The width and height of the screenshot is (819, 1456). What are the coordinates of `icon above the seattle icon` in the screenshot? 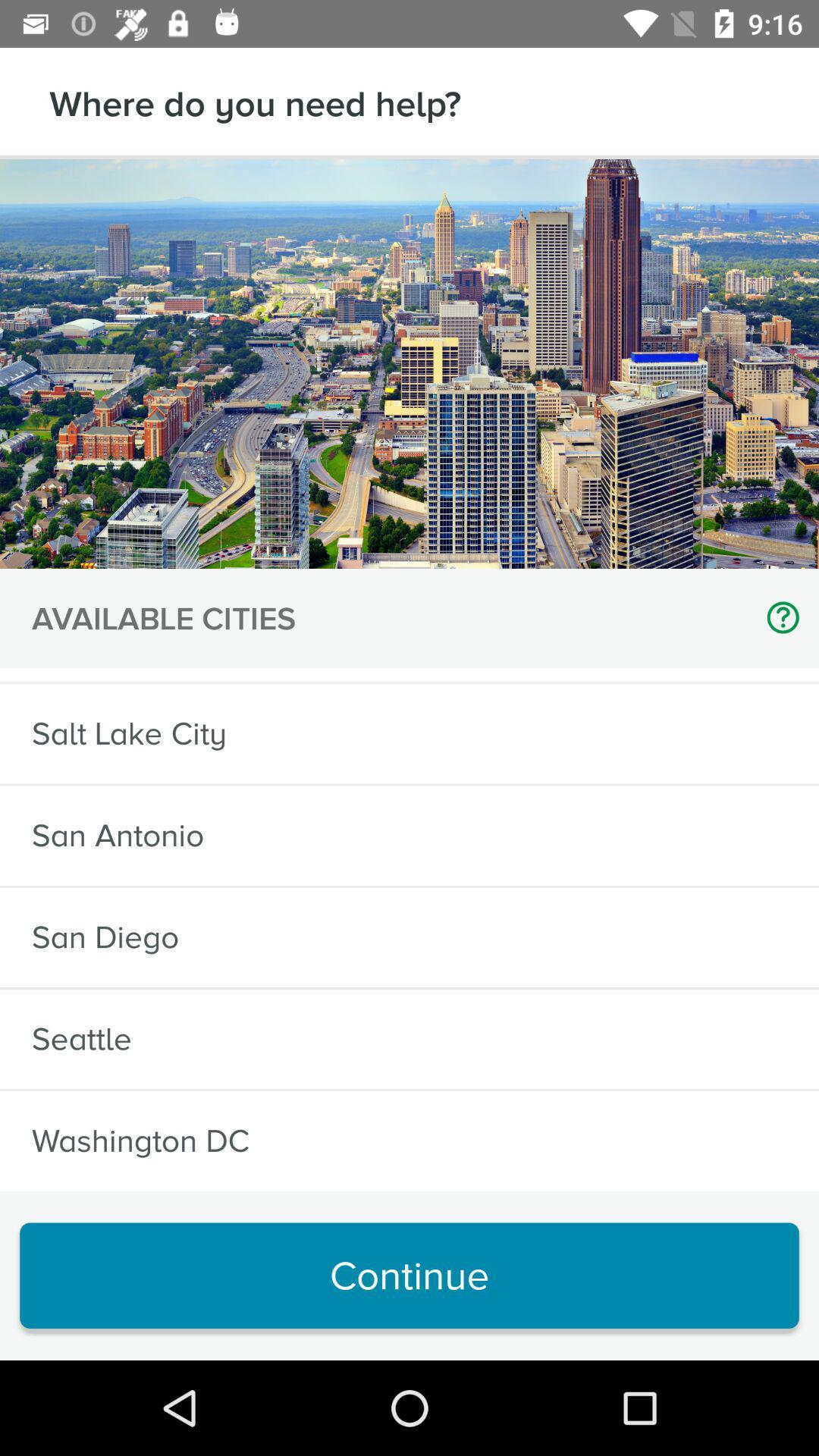 It's located at (105, 937).